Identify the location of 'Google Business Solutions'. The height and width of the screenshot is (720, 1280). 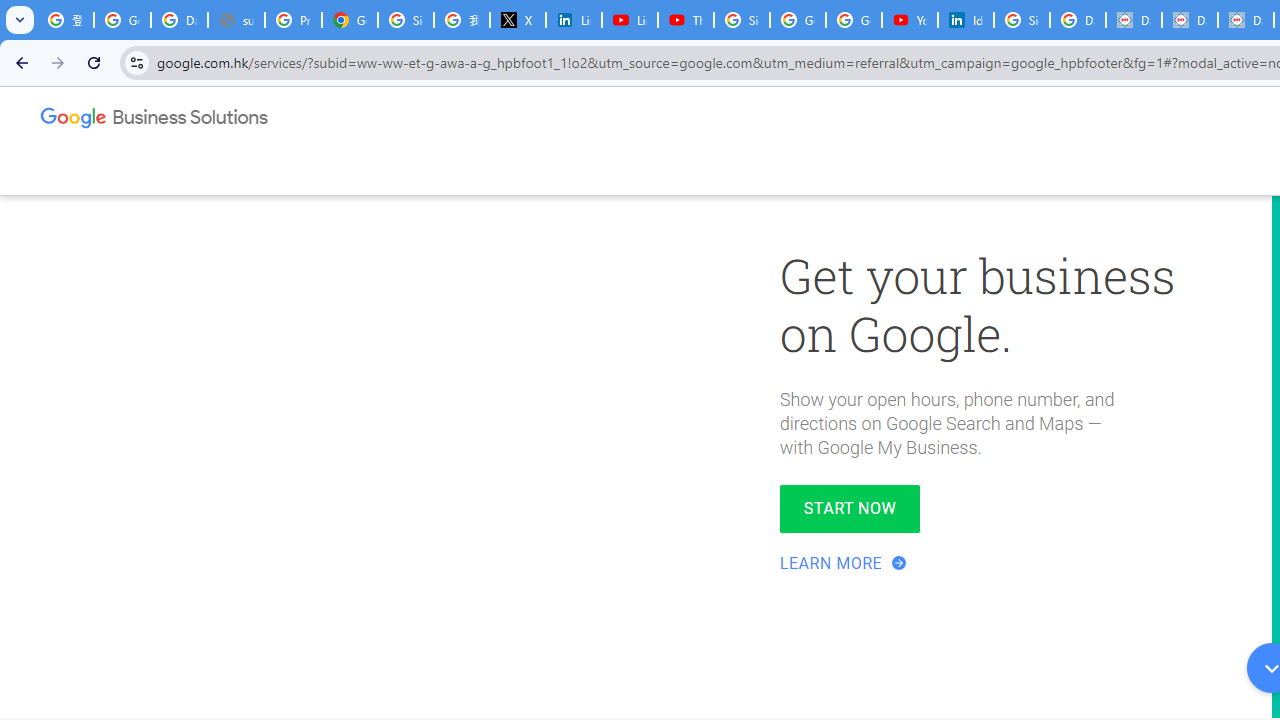
(154, 121).